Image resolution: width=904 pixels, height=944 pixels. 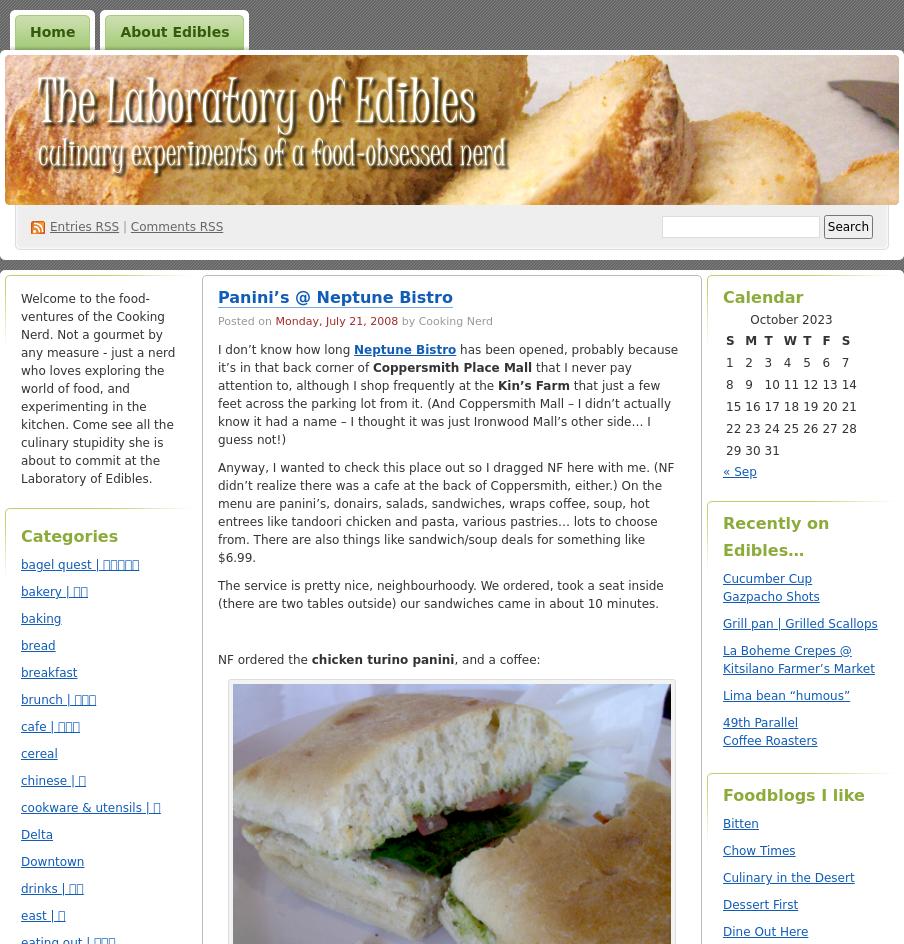 What do you see at coordinates (40, 618) in the screenshot?
I see `'baking'` at bounding box center [40, 618].